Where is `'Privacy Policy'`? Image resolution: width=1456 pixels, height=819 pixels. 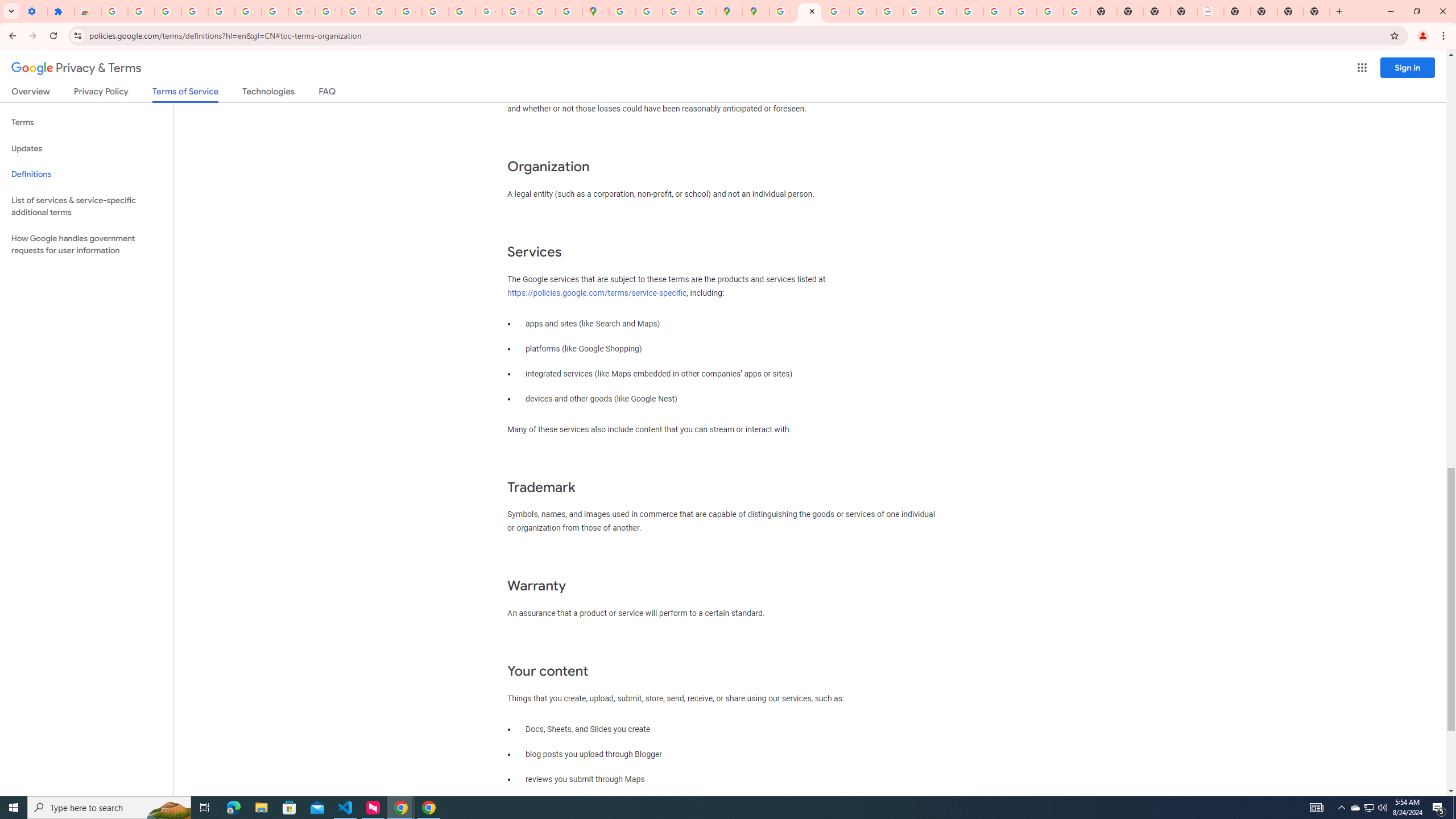 'Privacy Policy' is located at coordinates (100, 93).